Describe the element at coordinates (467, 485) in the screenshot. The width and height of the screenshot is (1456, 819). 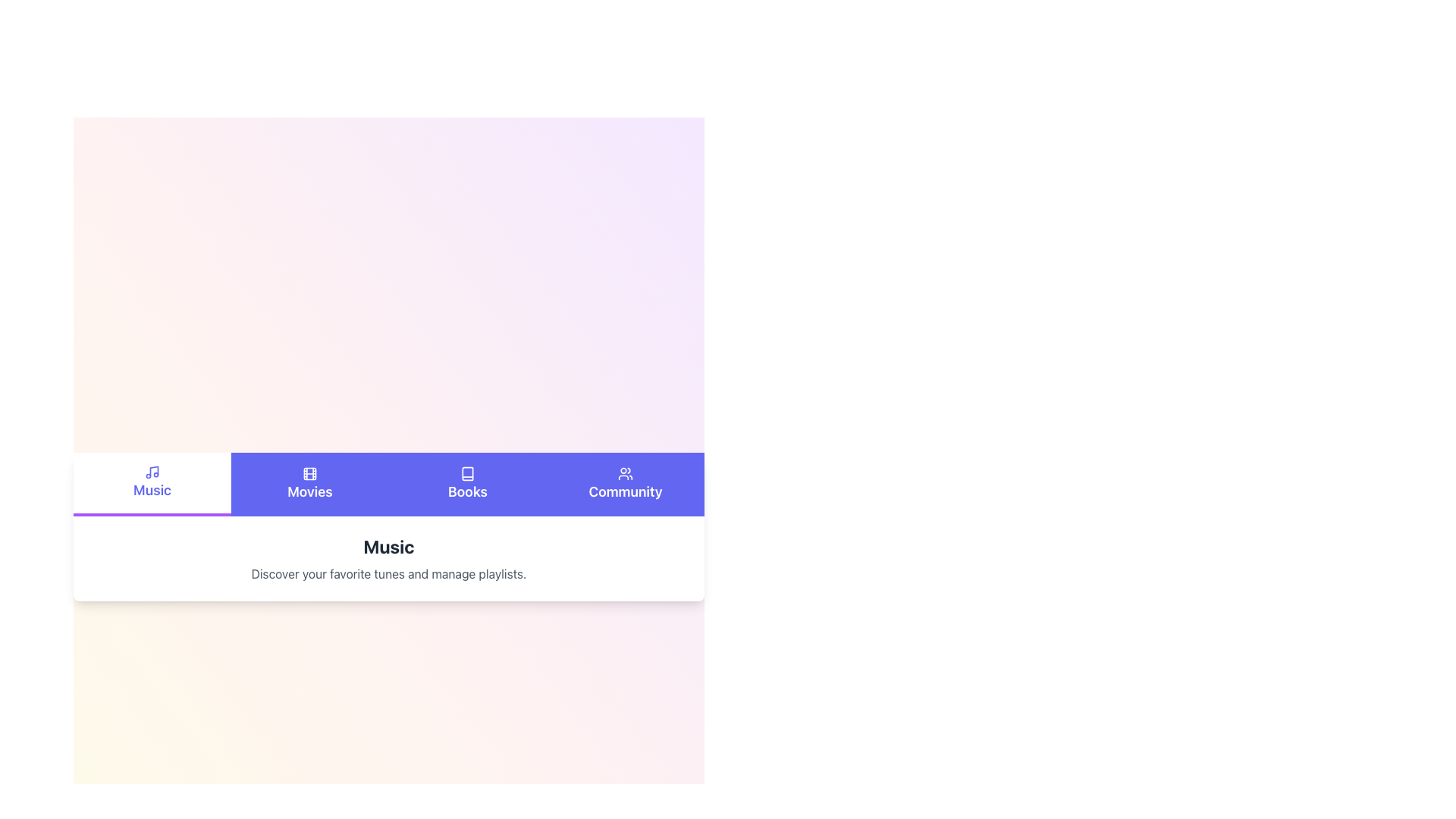
I see `the Navigation Button located as the third item in the horizontal menu` at that location.